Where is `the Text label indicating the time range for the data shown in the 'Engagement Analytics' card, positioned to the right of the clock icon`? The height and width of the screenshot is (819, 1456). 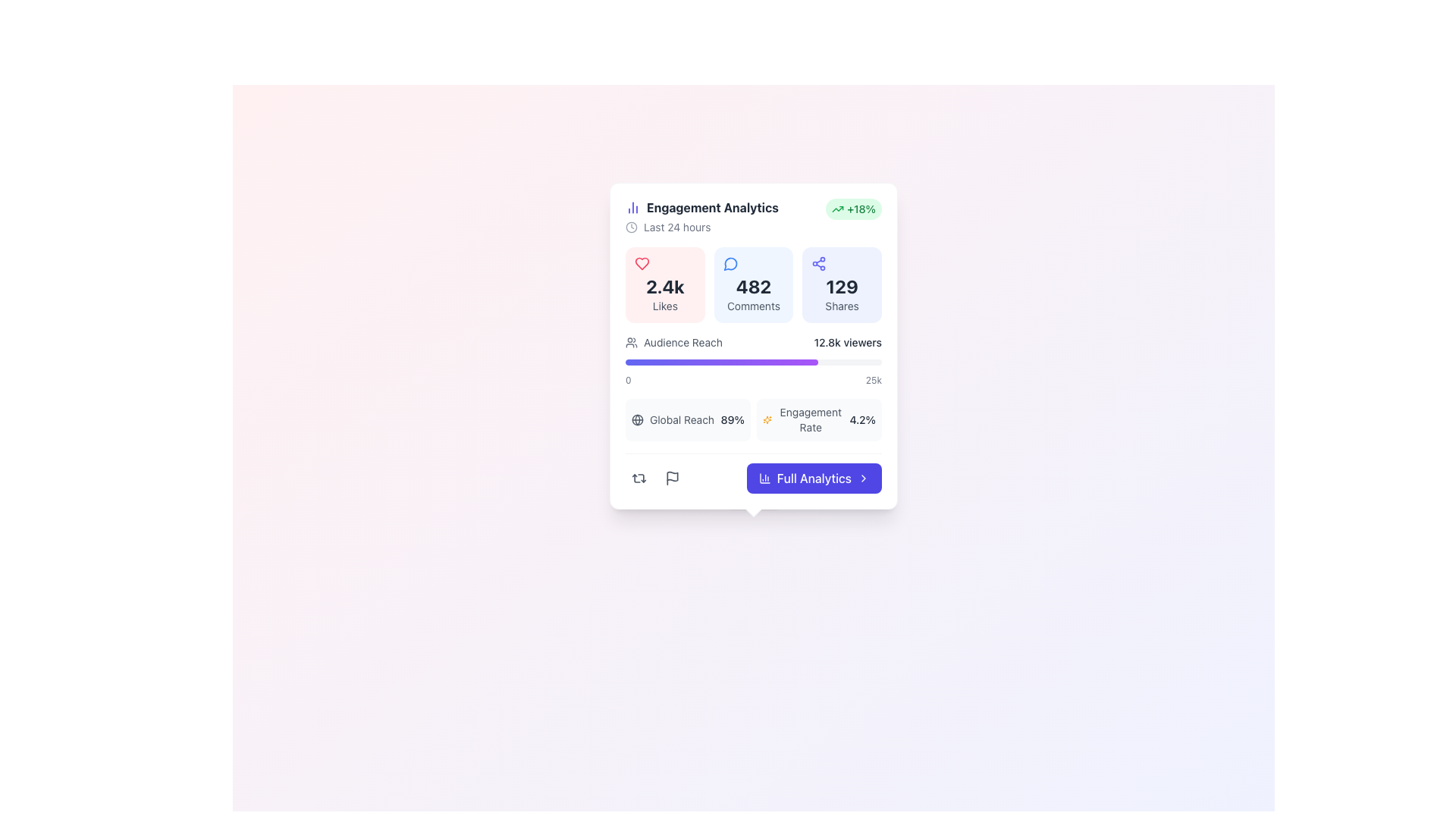 the Text label indicating the time range for the data shown in the 'Engagement Analytics' card, positioned to the right of the clock icon is located at coordinates (676, 227).